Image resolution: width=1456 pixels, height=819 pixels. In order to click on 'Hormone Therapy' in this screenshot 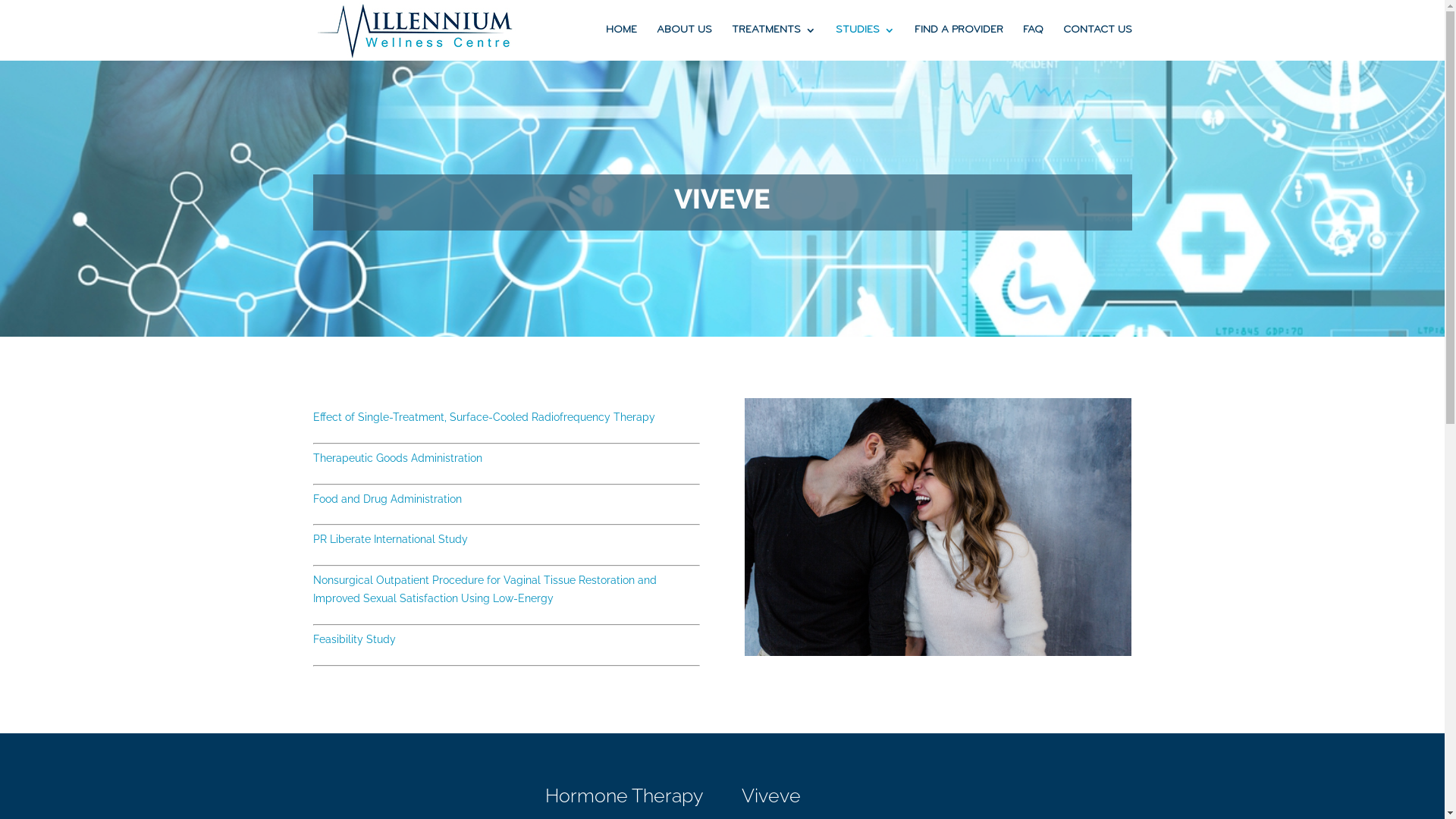, I will do `click(624, 795)`.